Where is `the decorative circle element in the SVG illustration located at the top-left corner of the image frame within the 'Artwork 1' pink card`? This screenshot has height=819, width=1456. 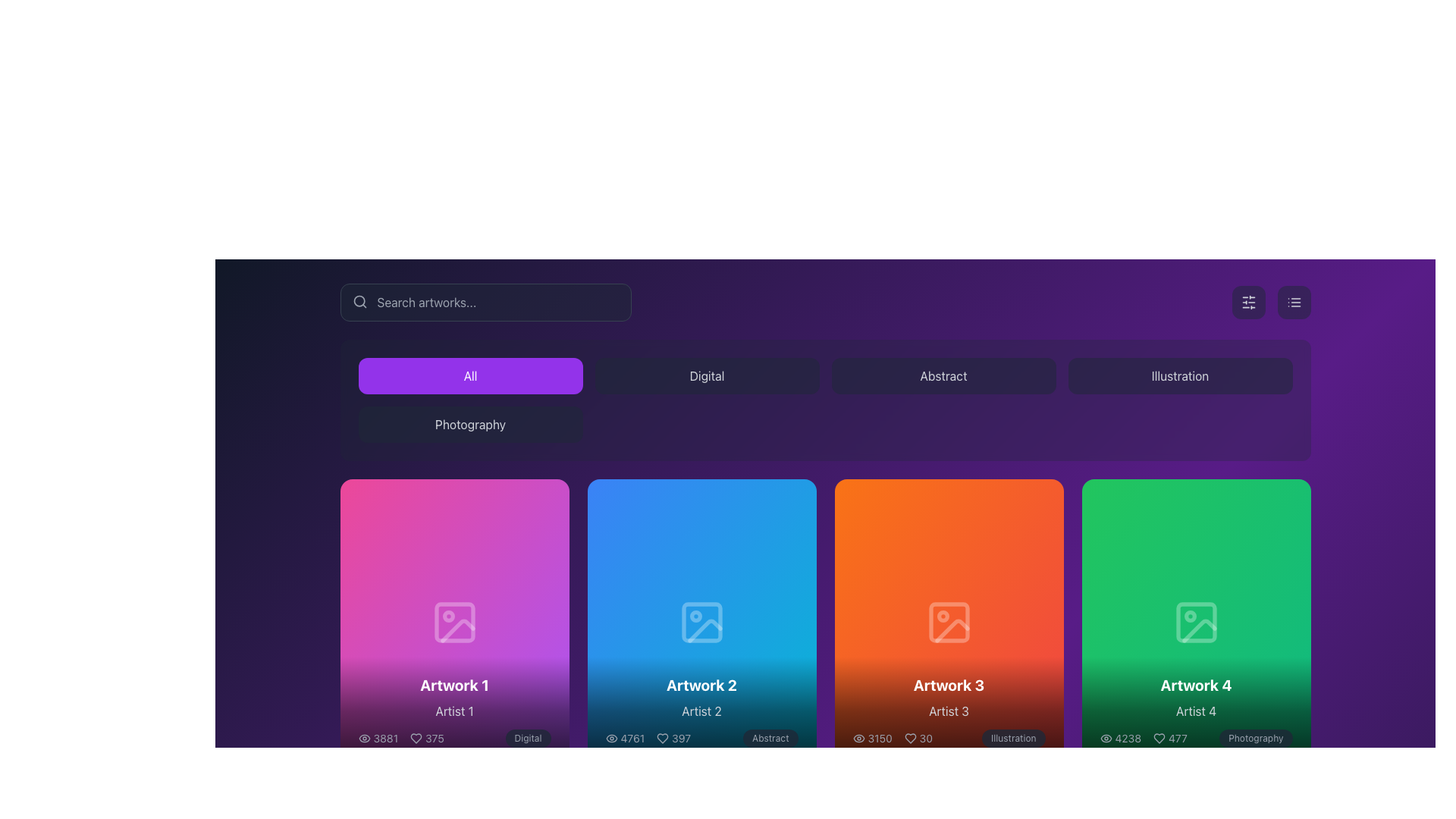 the decorative circle element in the SVG illustration located at the top-left corner of the image frame within the 'Artwork 1' pink card is located at coordinates (447, 616).